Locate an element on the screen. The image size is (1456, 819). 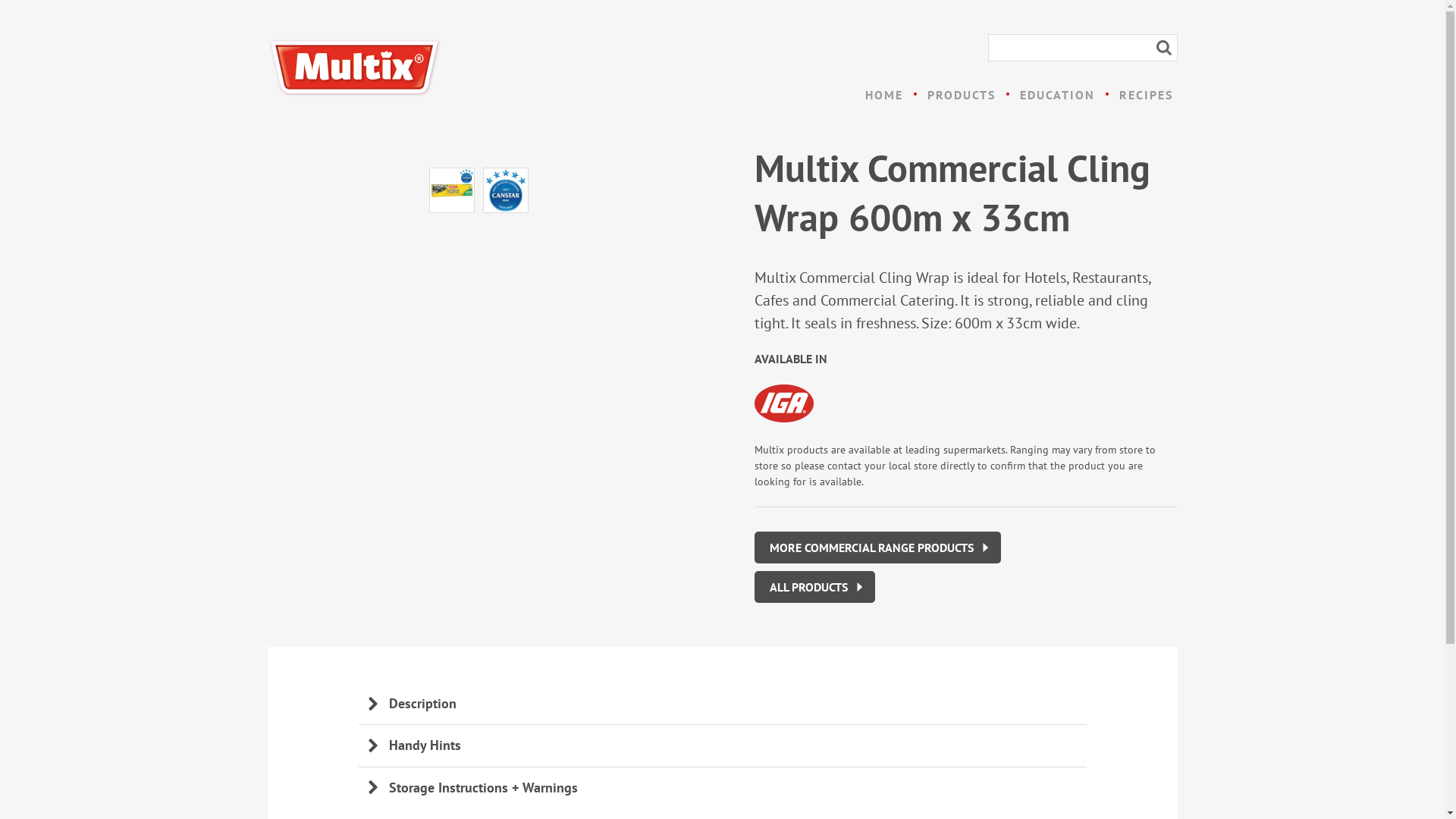
'Multix' is located at coordinates (353, 67).